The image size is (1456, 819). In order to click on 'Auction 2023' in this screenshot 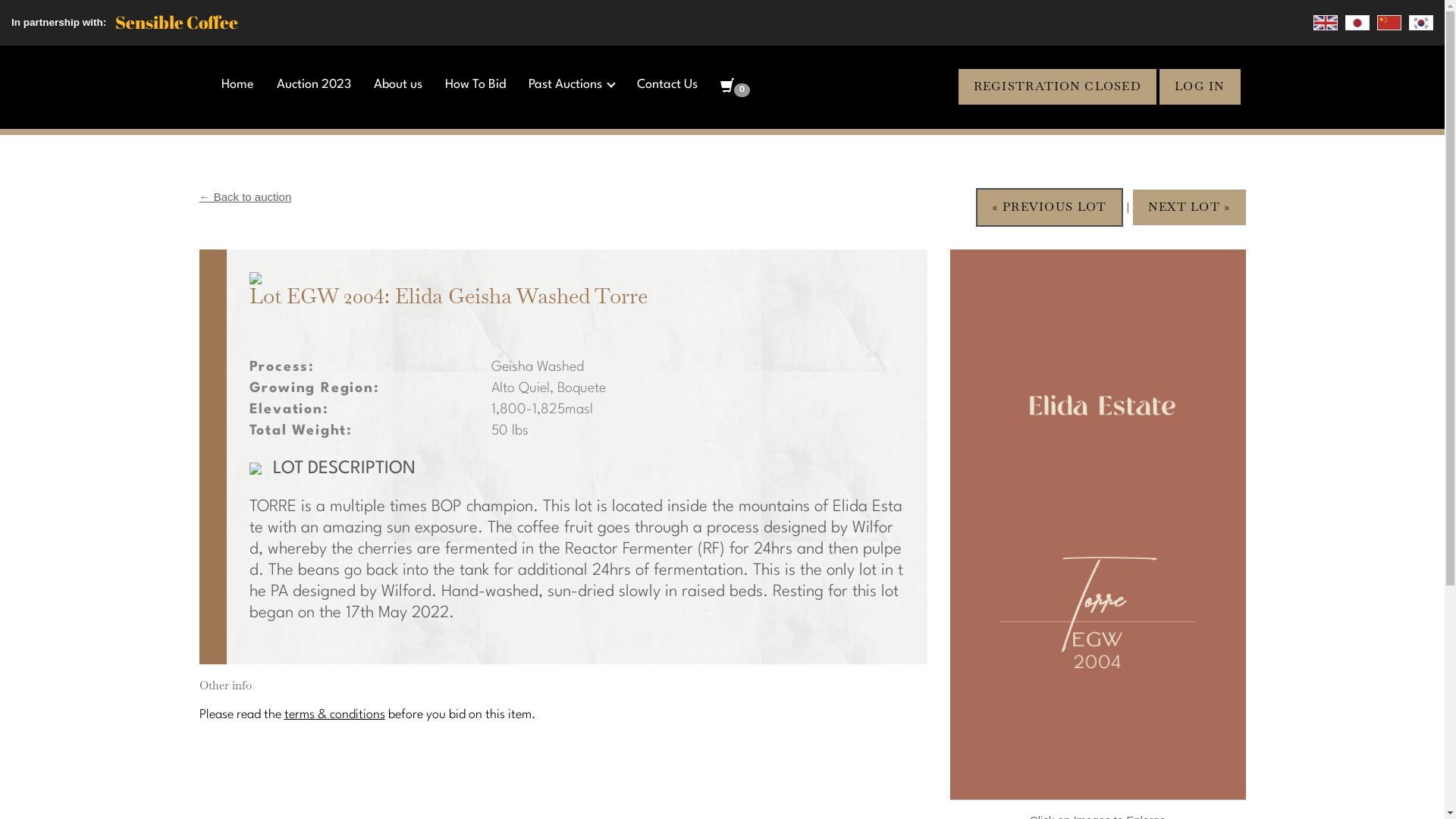, I will do `click(312, 84)`.